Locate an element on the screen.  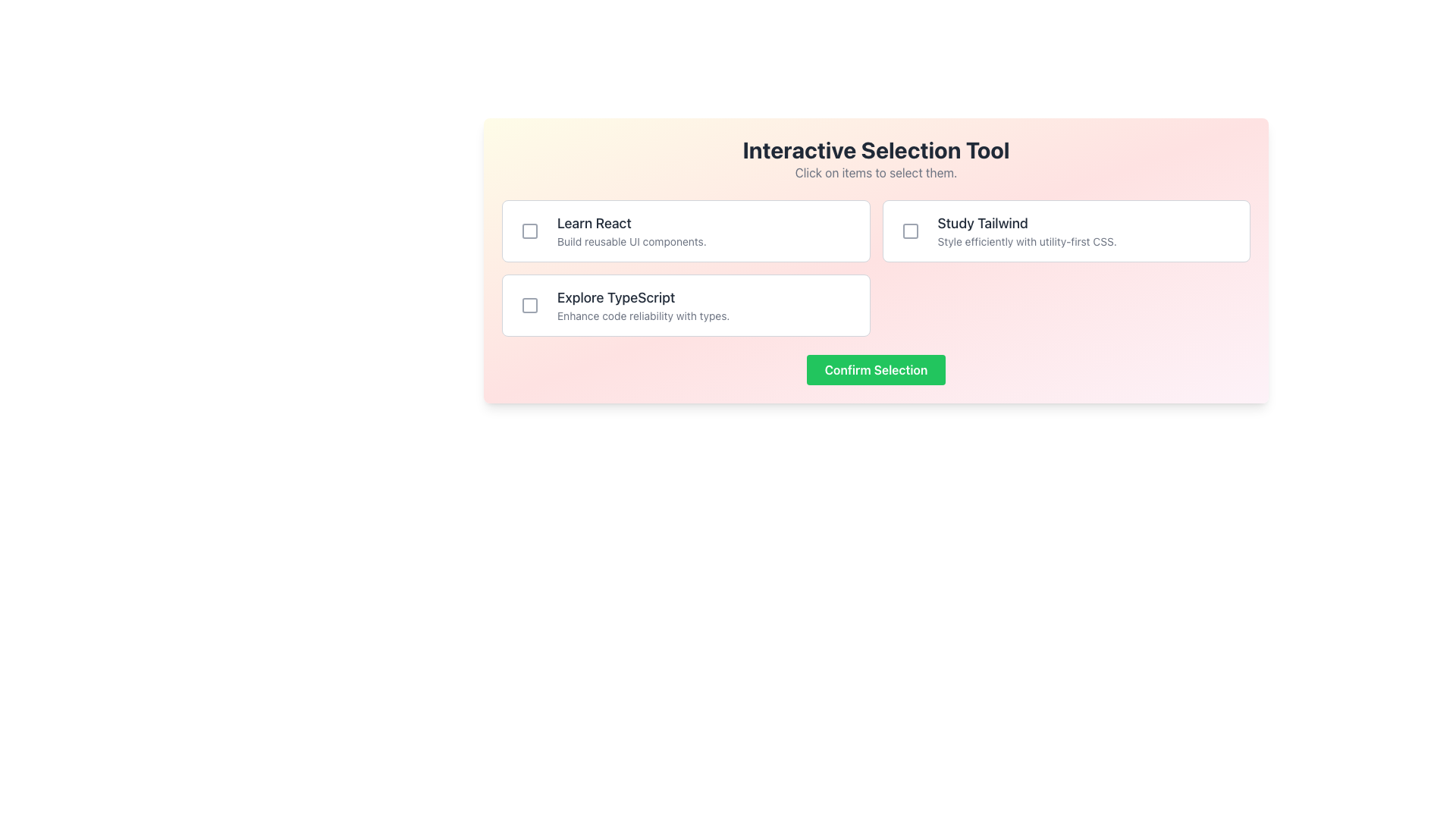
the confirmation button located at the bottom of the interface to observe the hover effect is located at coordinates (876, 370).